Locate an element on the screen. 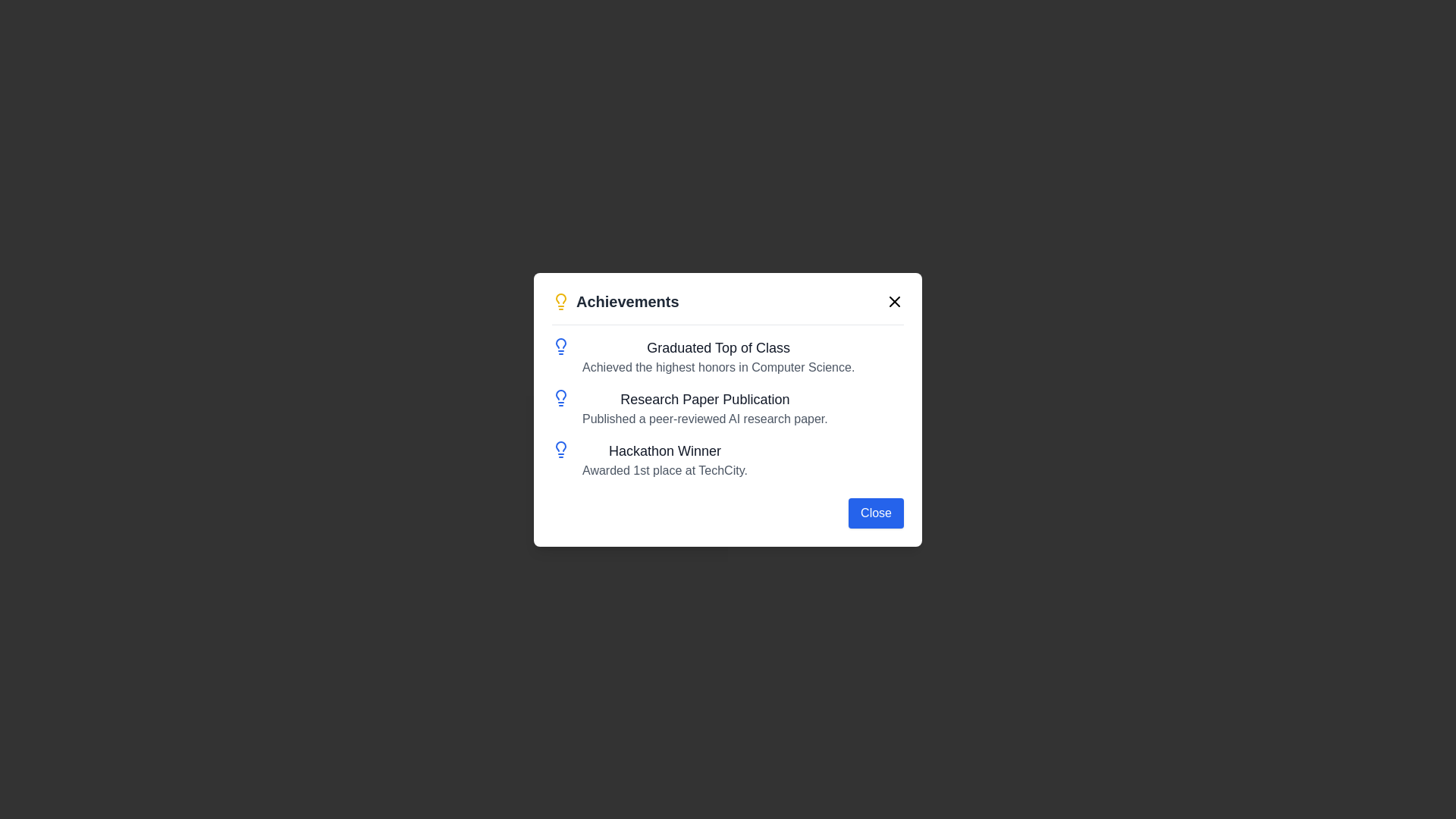  the lightbulb SVG decorative icon that symbolizes 'Achievements', located to the left of the text 'Achievements' is located at coordinates (560, 301).